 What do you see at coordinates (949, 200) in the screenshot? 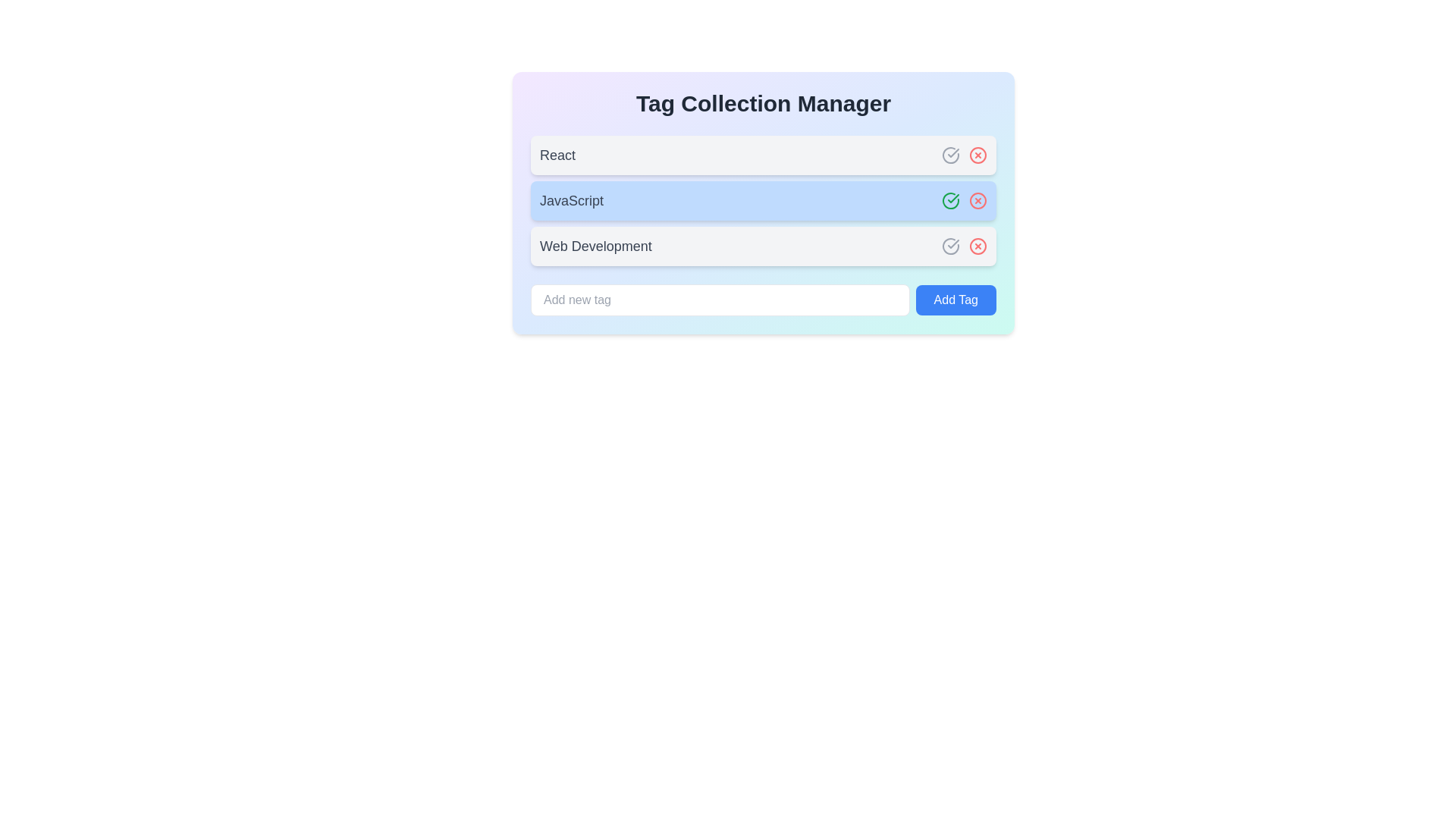
I see `the Checkmark Circle icon` at bounding box center [949, 200].